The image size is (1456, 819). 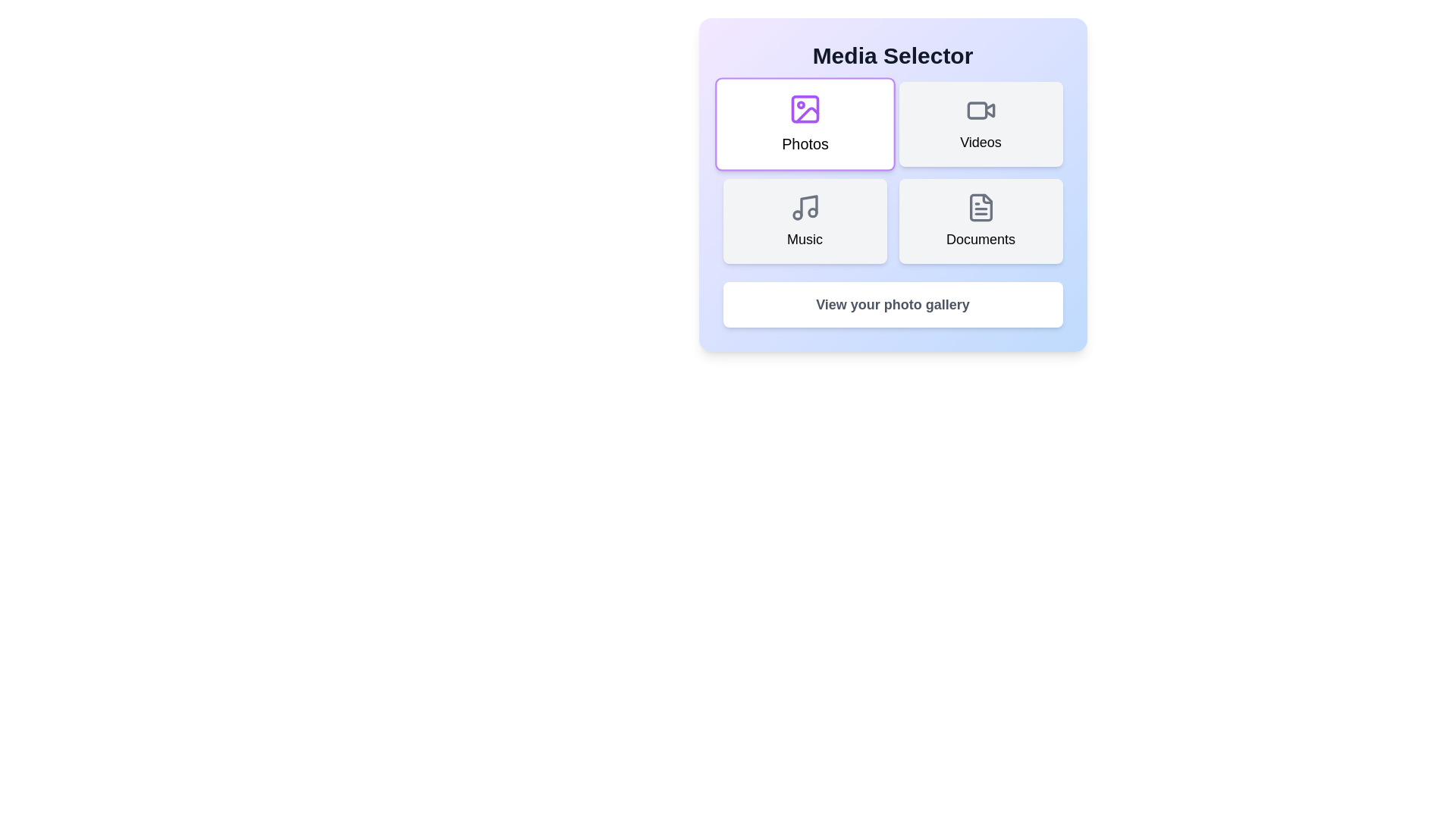 I want to click on the button corresponding to Music to select it, so click(x=804, y=221).